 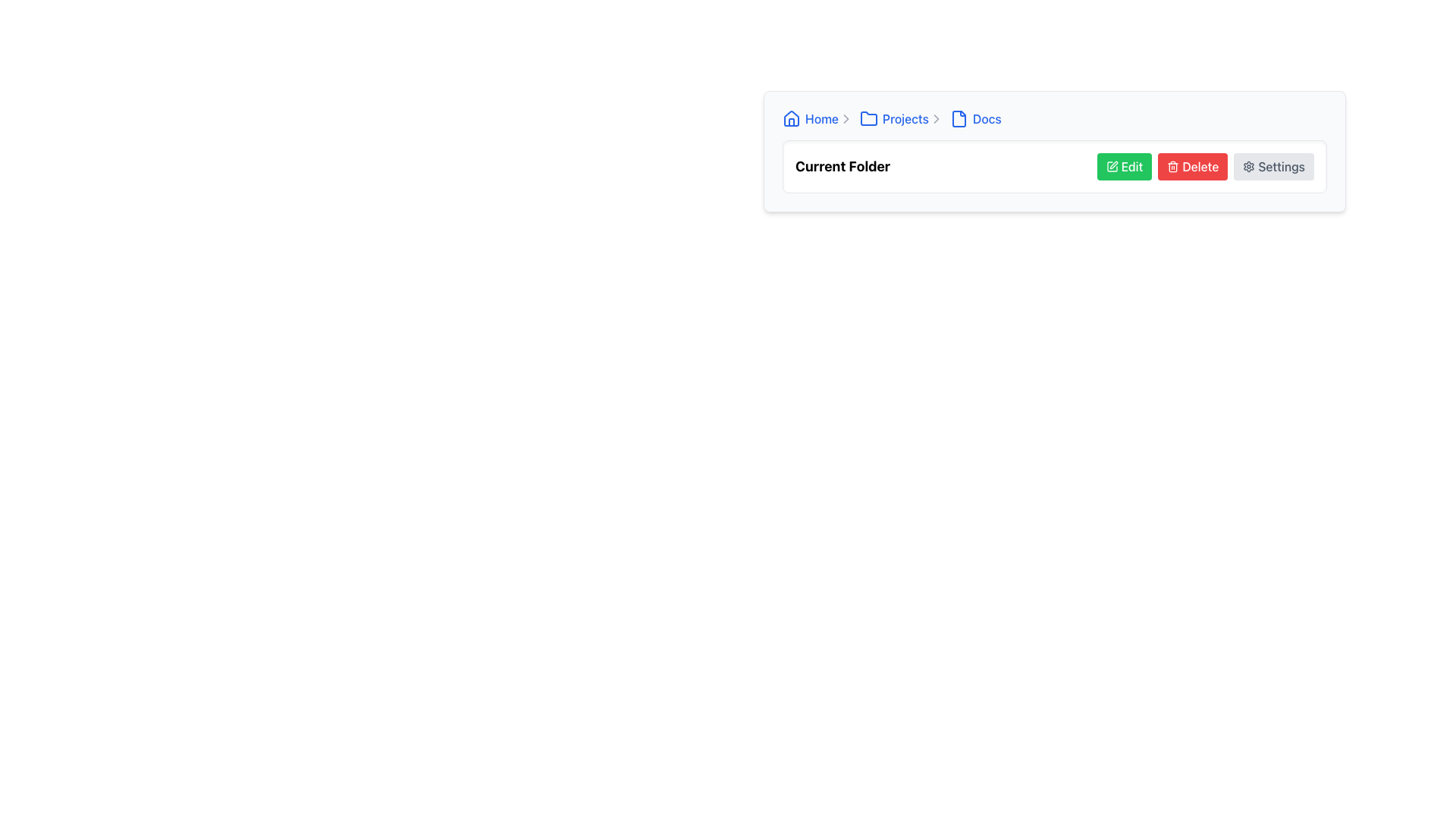 I want to click on the small house icon with a blue outline located at the left end of the breadcrumb navigation bar, representing the 'Home' link, so click(x=790, y=118).